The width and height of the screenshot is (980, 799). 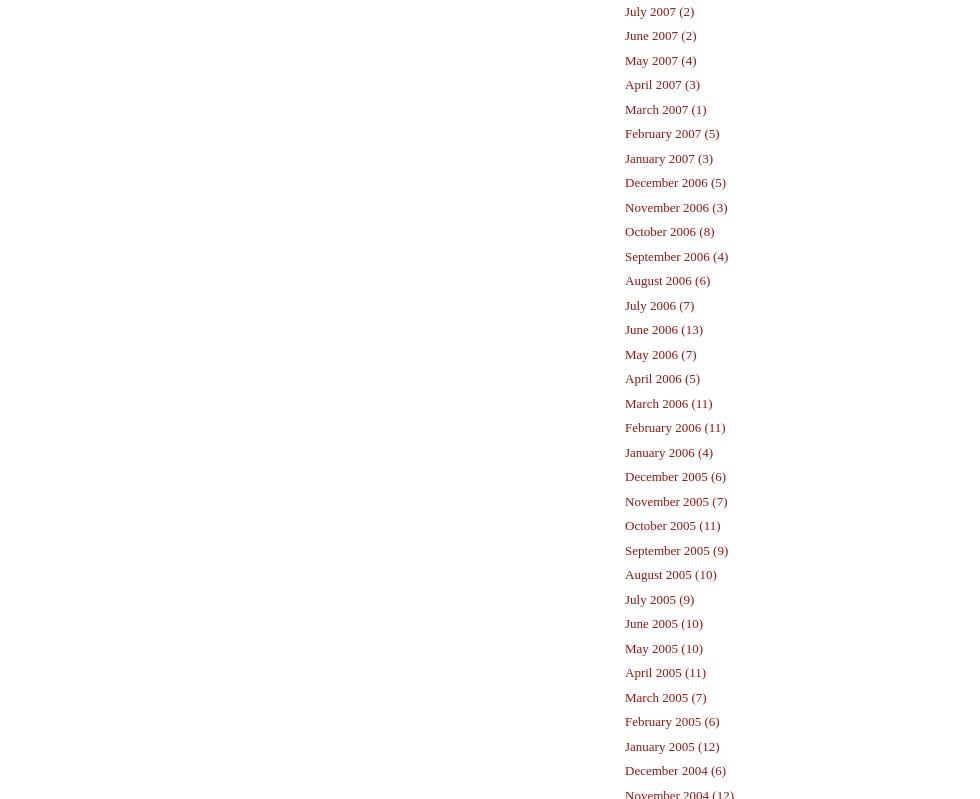 What do you see at coordinates (672, 524) in the screenshot?
I see `'October 2005 (11)'` at bounding box center [672, 524].